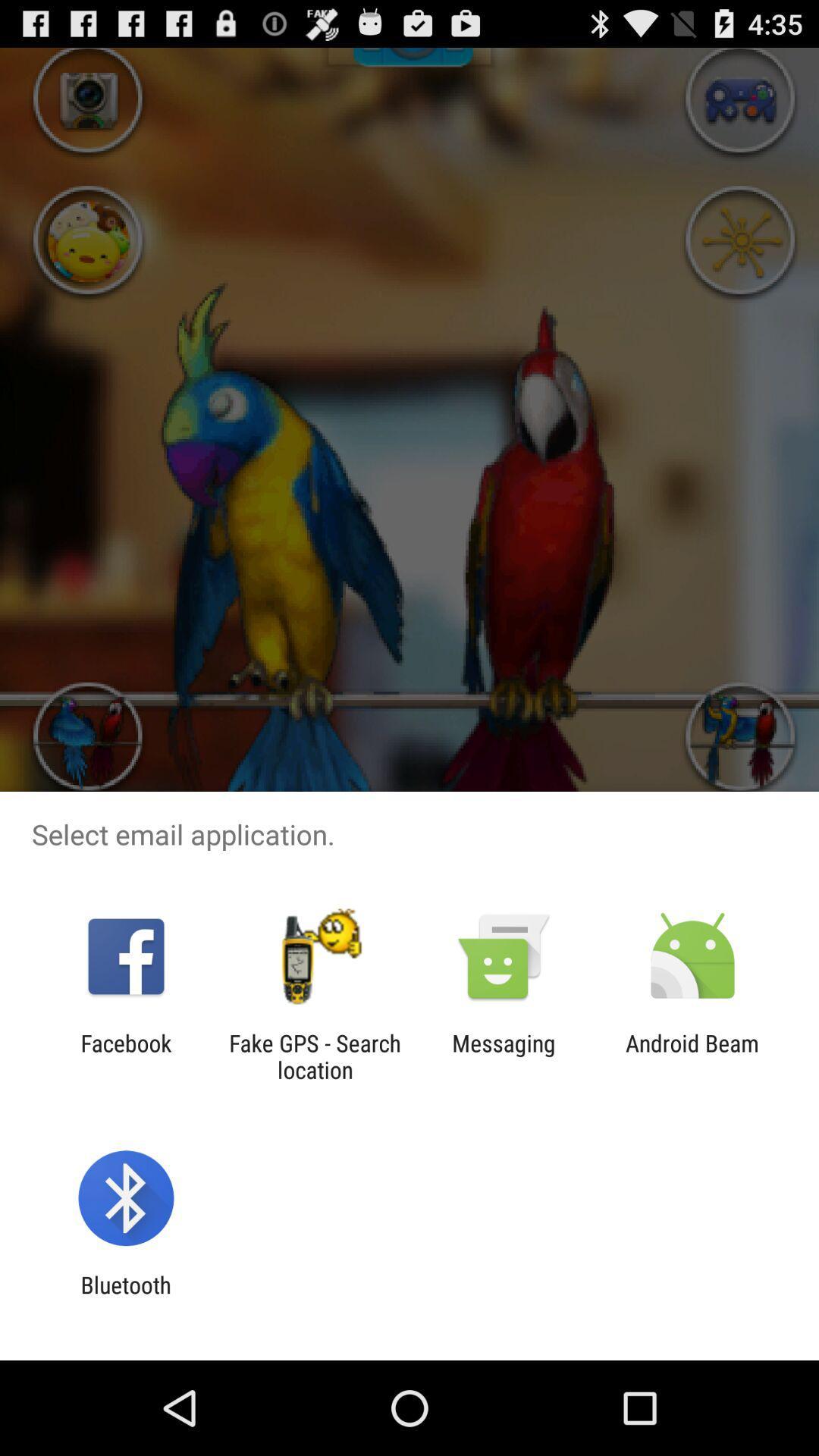  Describe the element at coordinates (504, 1056) in the screenshot. I see `the icon next to fake gps search` at that location.